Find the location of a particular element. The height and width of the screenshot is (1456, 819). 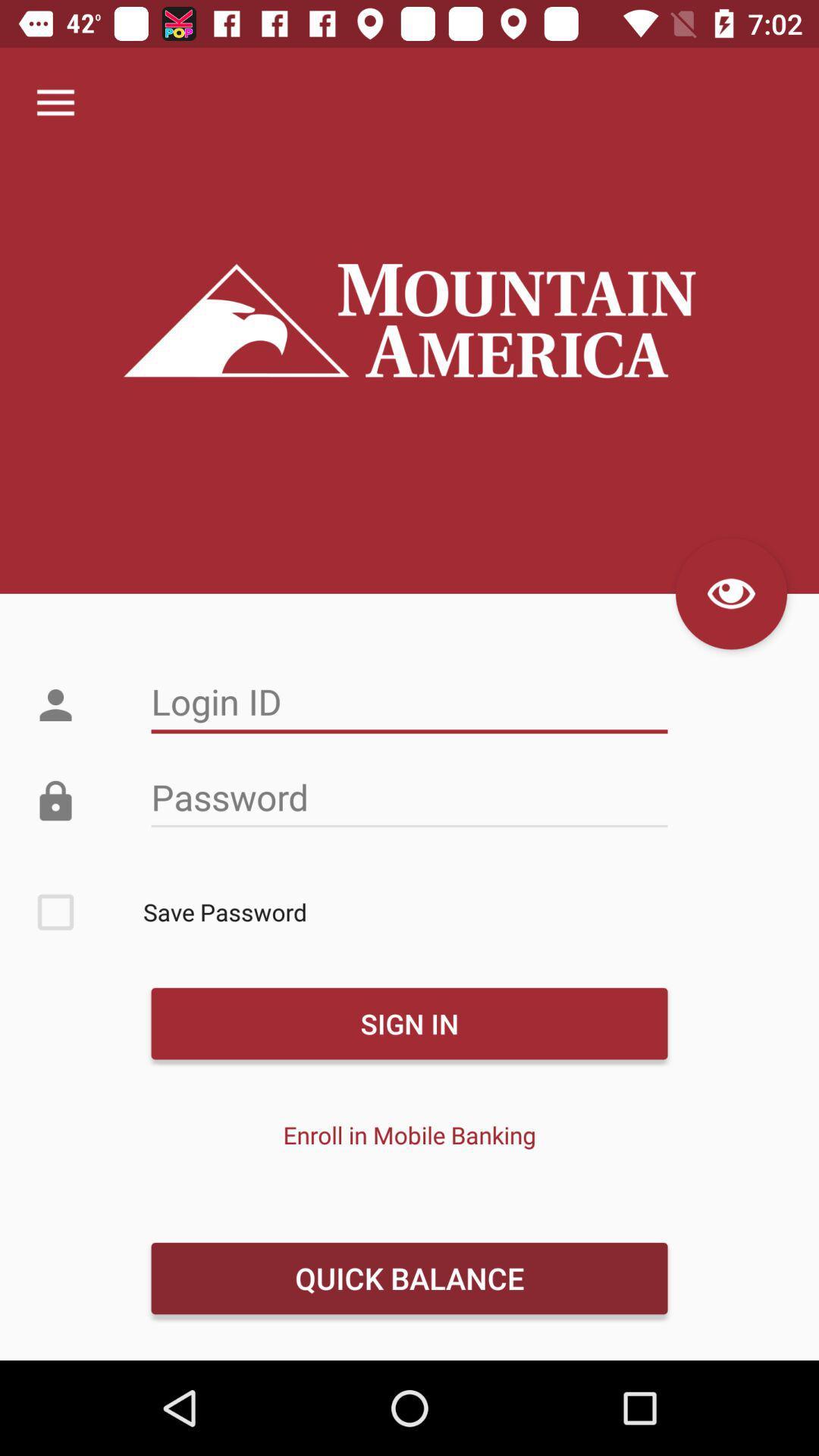

the icon at the top left corner is located at coordinates (55, 102).